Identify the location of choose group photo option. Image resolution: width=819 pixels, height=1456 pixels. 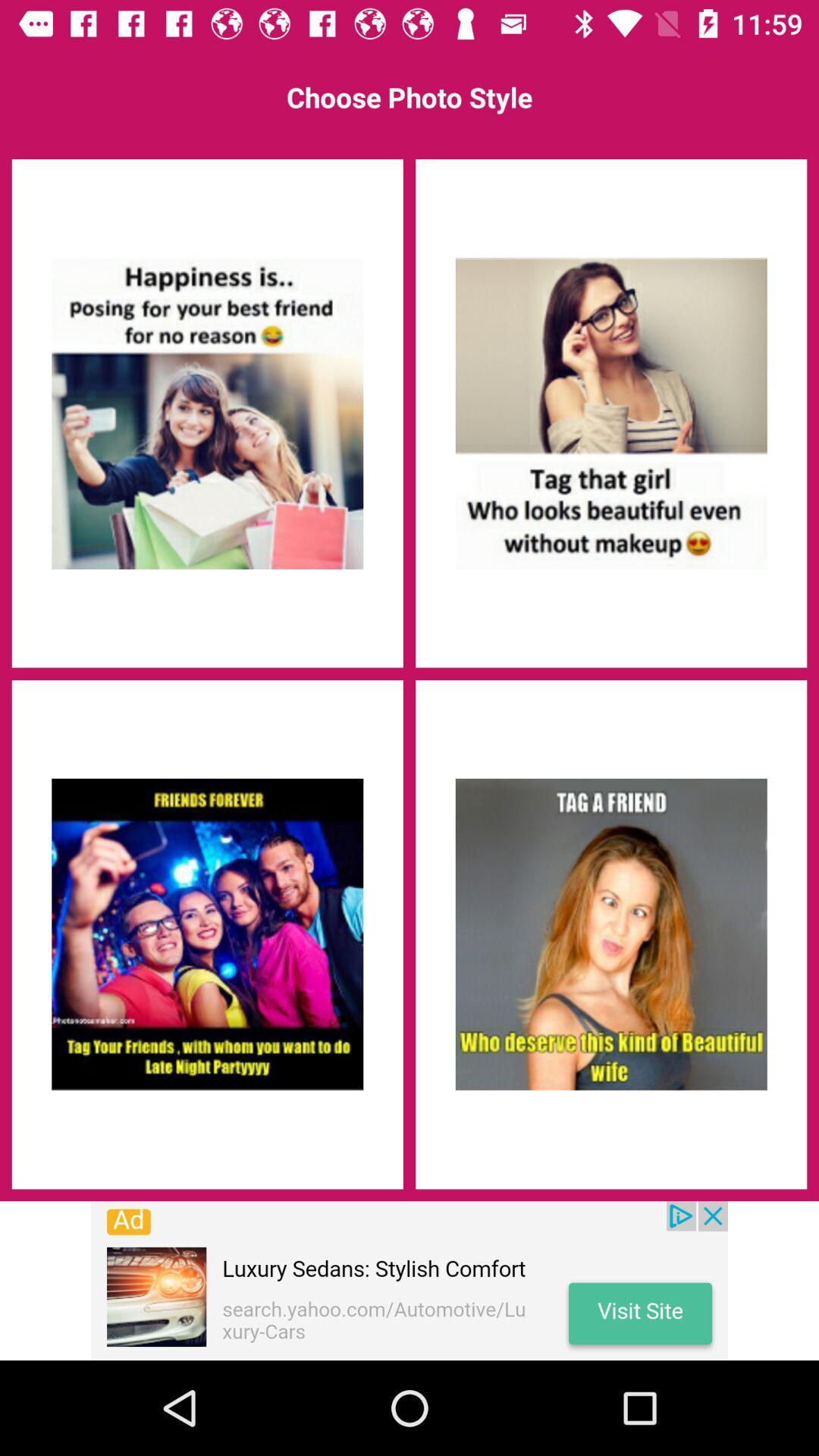
(207, 934).